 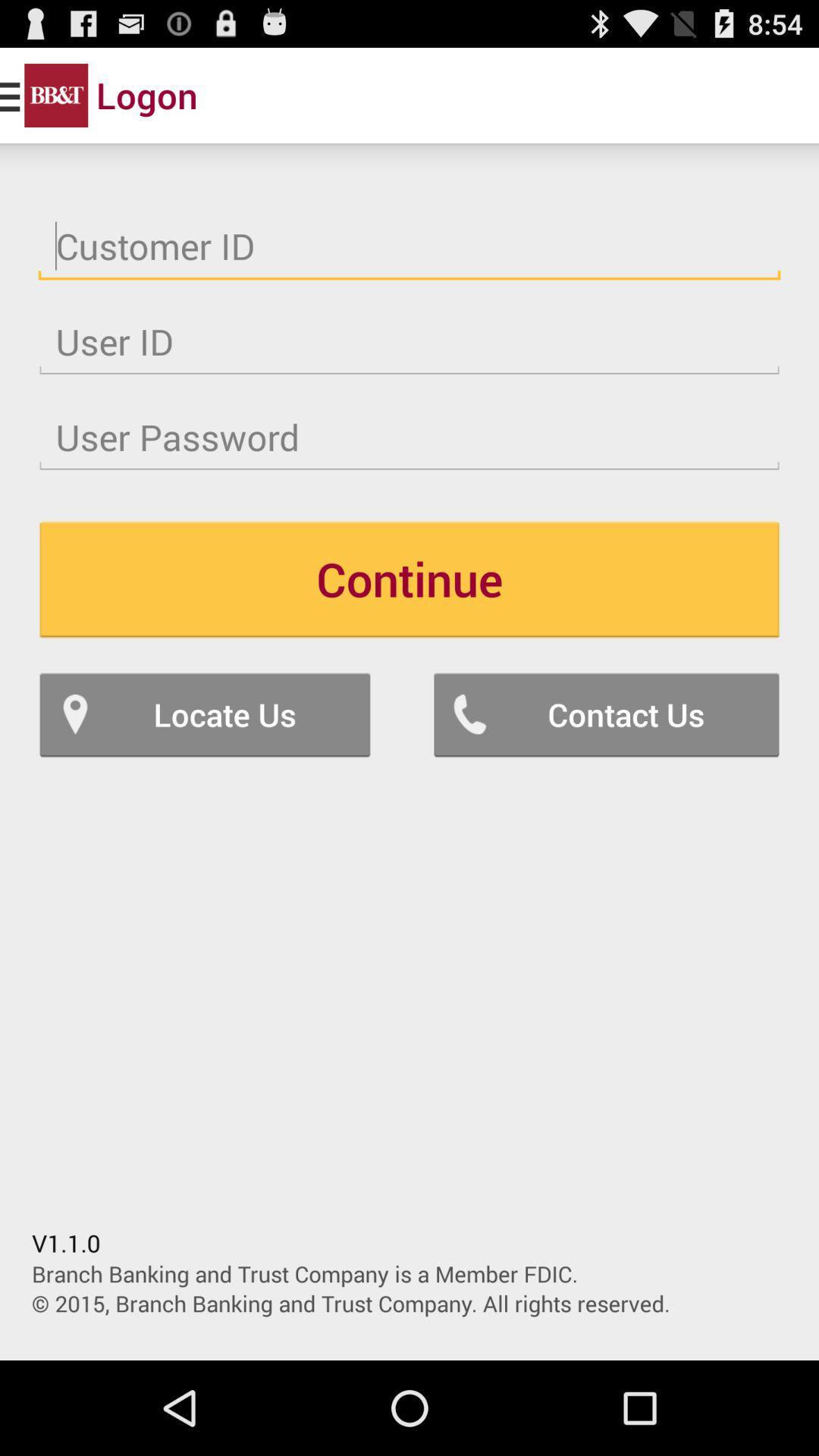 I want to click on contact us icon, so click(x=605, y=714).